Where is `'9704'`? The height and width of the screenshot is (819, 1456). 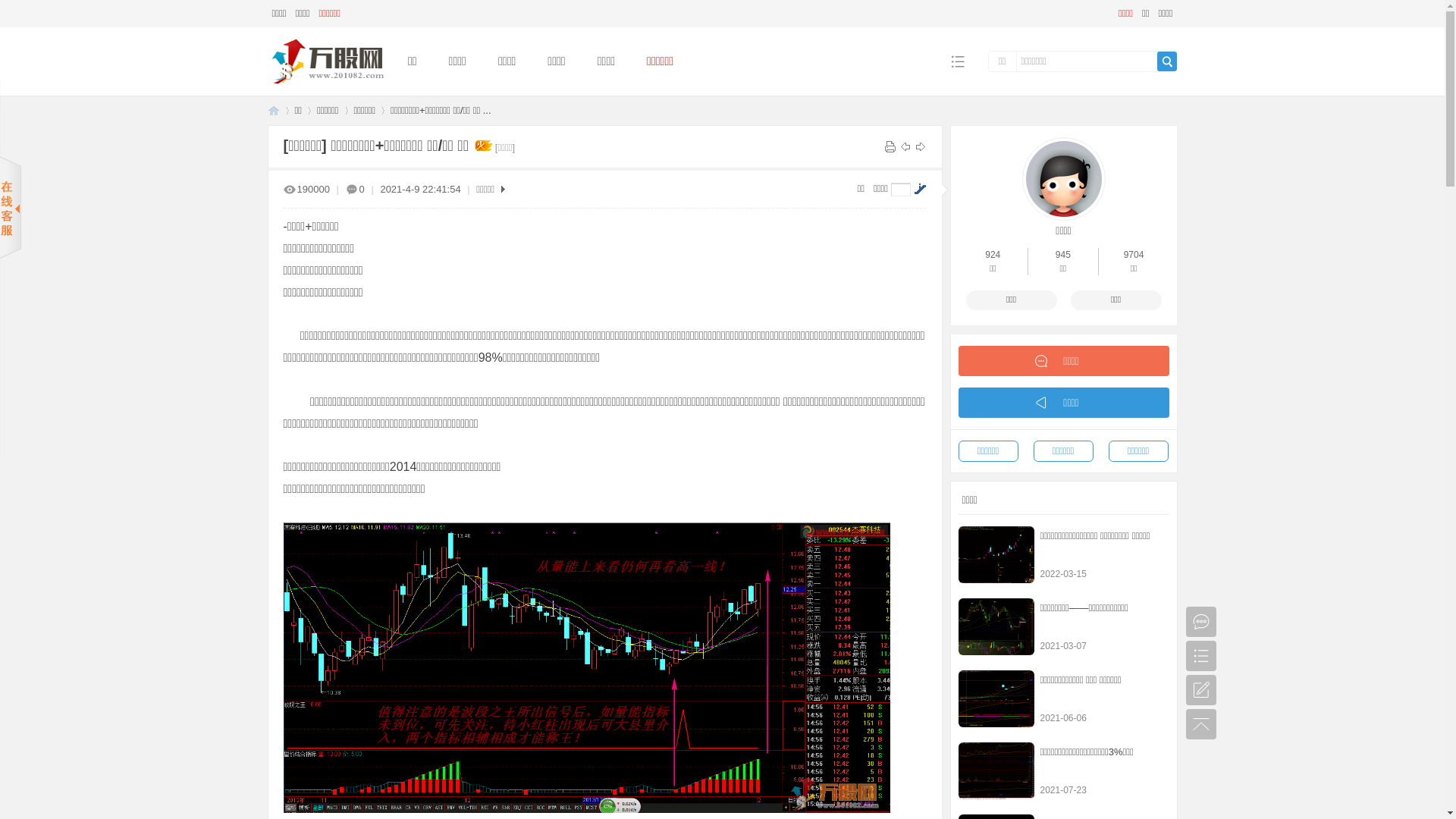
'9704' is located at coordinates (1124, 253).